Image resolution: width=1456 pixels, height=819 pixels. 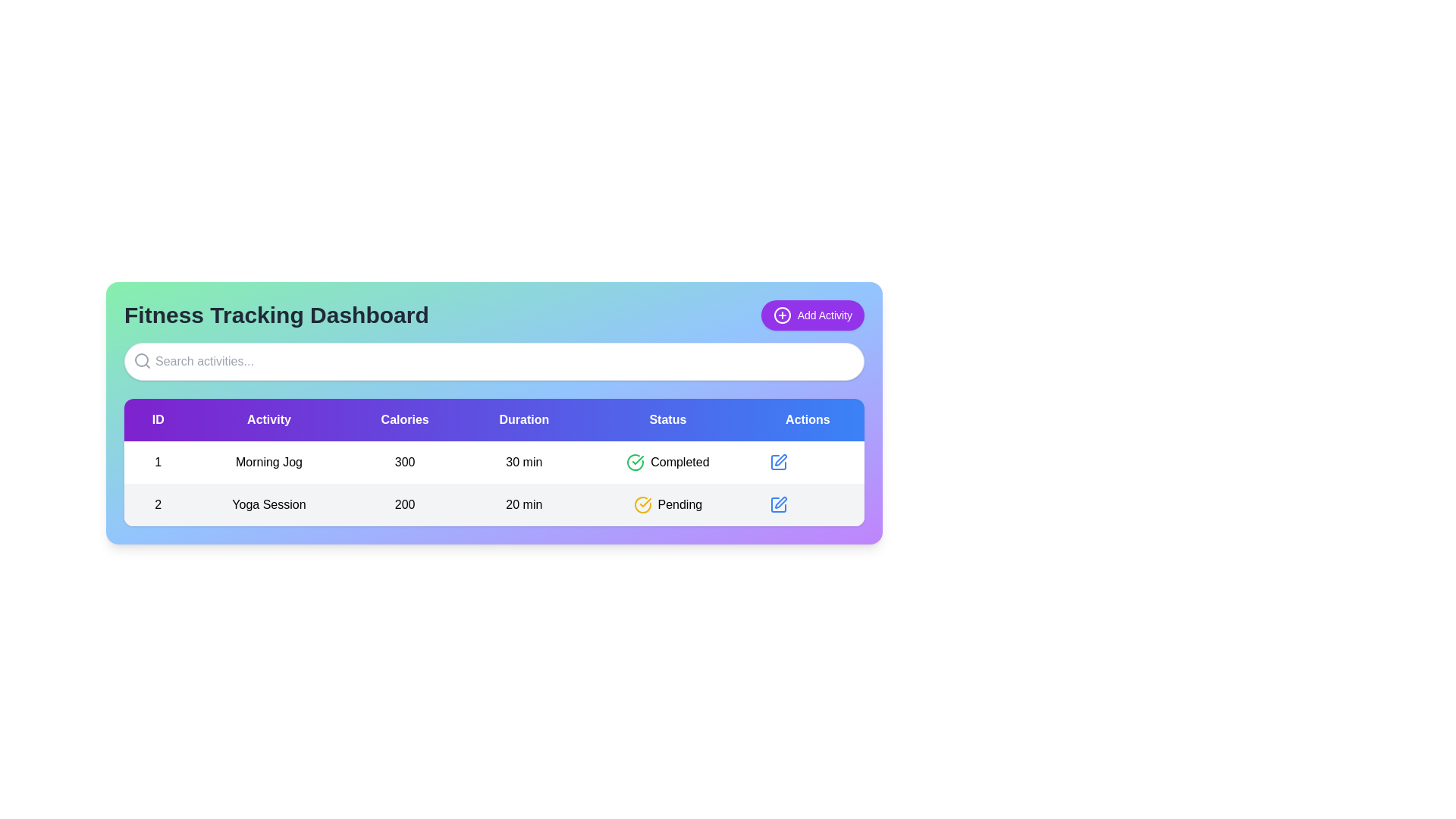 What do you see at coordinates (142, 359) in the screenshot?
I see `the circular icon component within the search icon located at the leftmost side of the search bar` at bounding box center [142, 359].